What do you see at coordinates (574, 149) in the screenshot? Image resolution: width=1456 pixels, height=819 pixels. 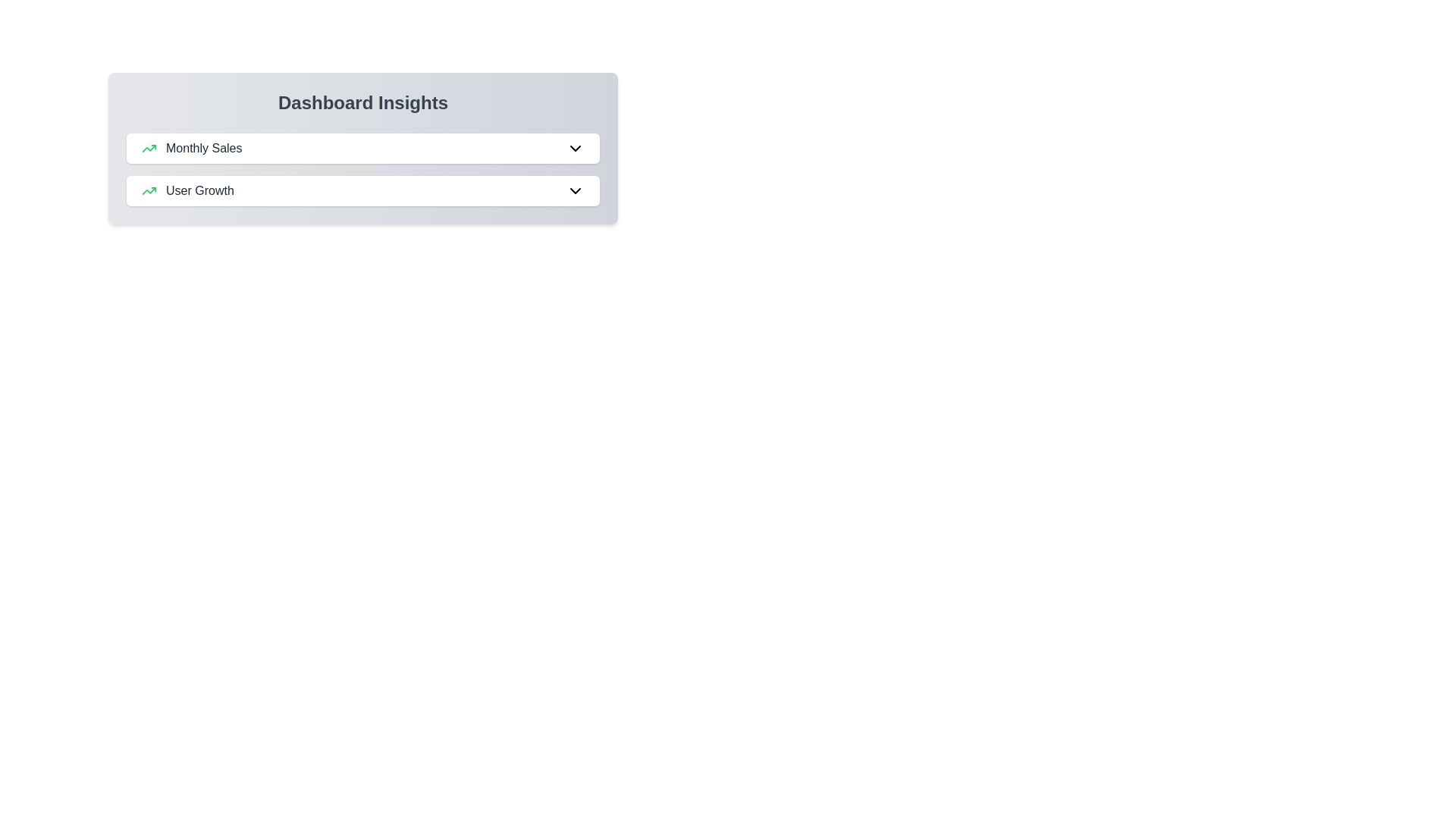 I see `the dropdown icon for Monthly Sales to toggle its details` at bounding box center [574, 149].